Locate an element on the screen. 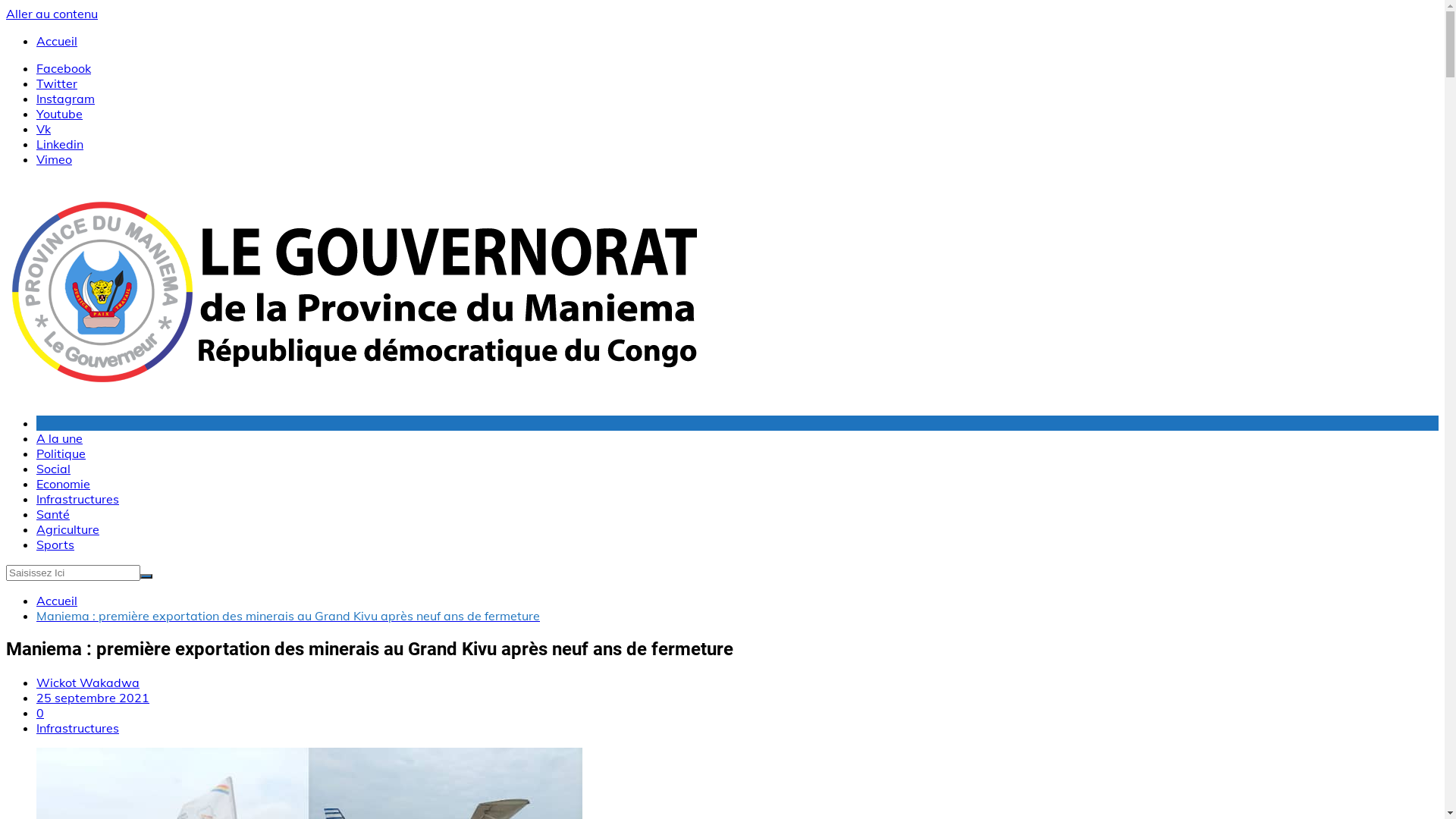  'Instagram' is located at coordinates (64, 99).